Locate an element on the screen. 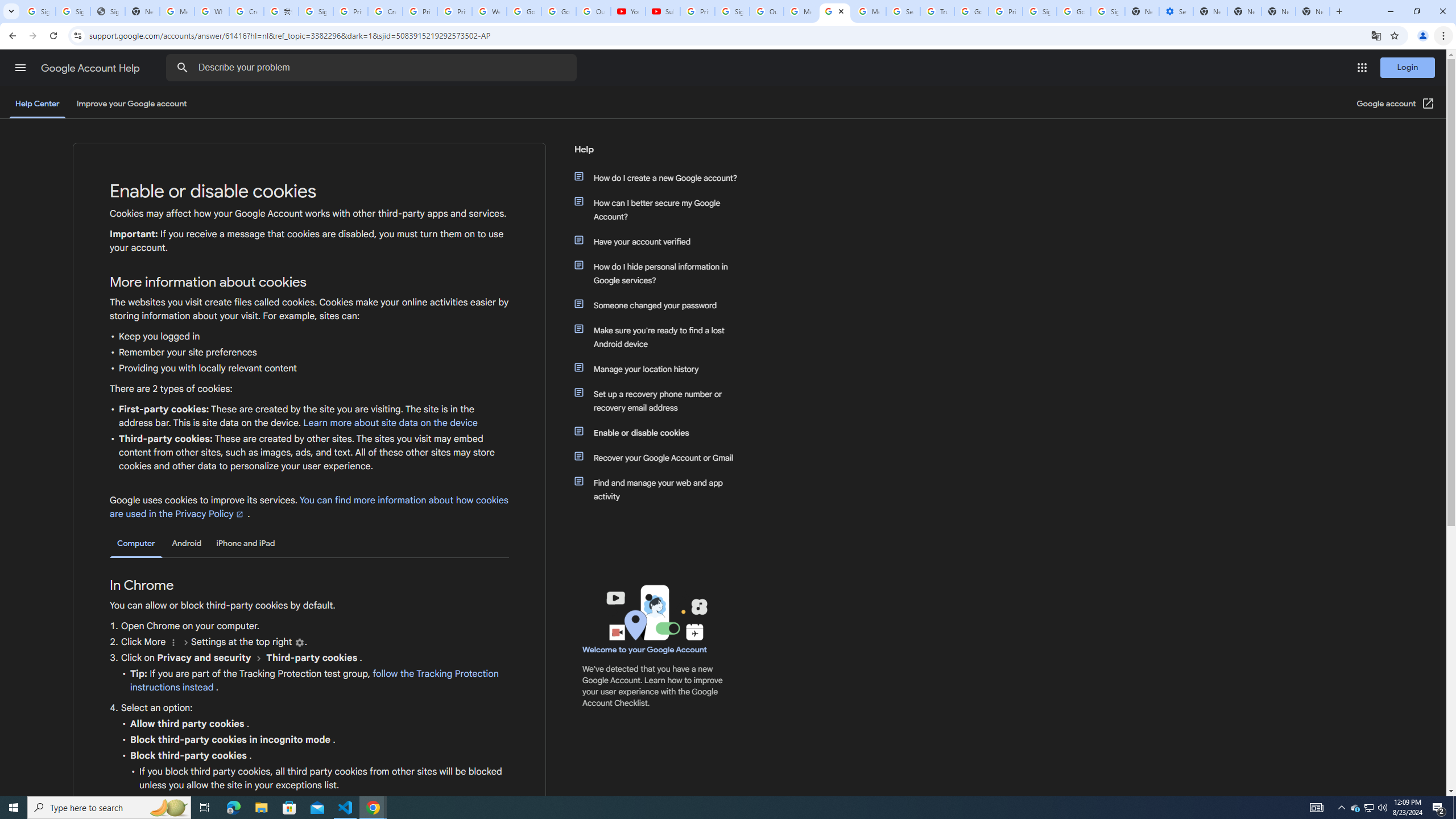  'How do I hide personal information in Google services?' is located at coordinates (661, 272).